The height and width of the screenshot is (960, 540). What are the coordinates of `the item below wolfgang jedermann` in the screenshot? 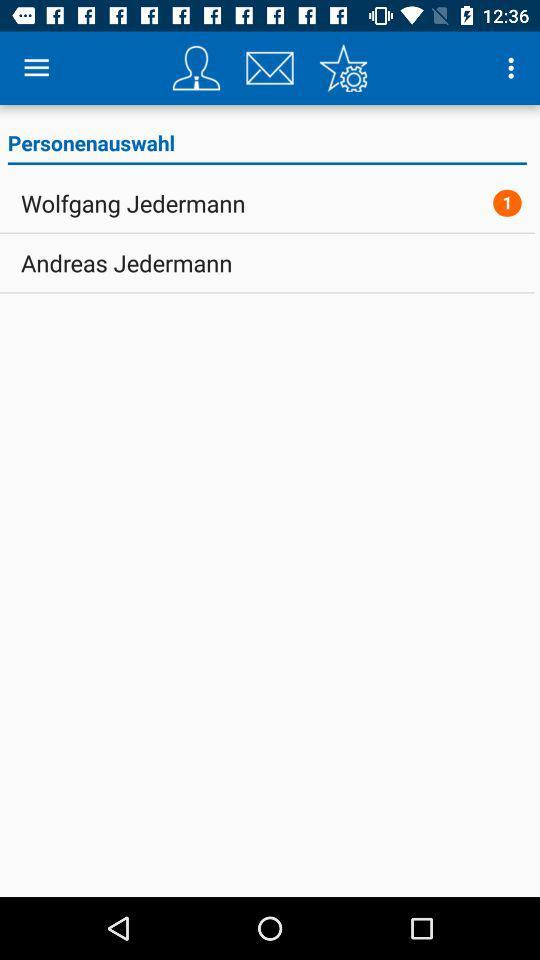 It's located at (126, 262).